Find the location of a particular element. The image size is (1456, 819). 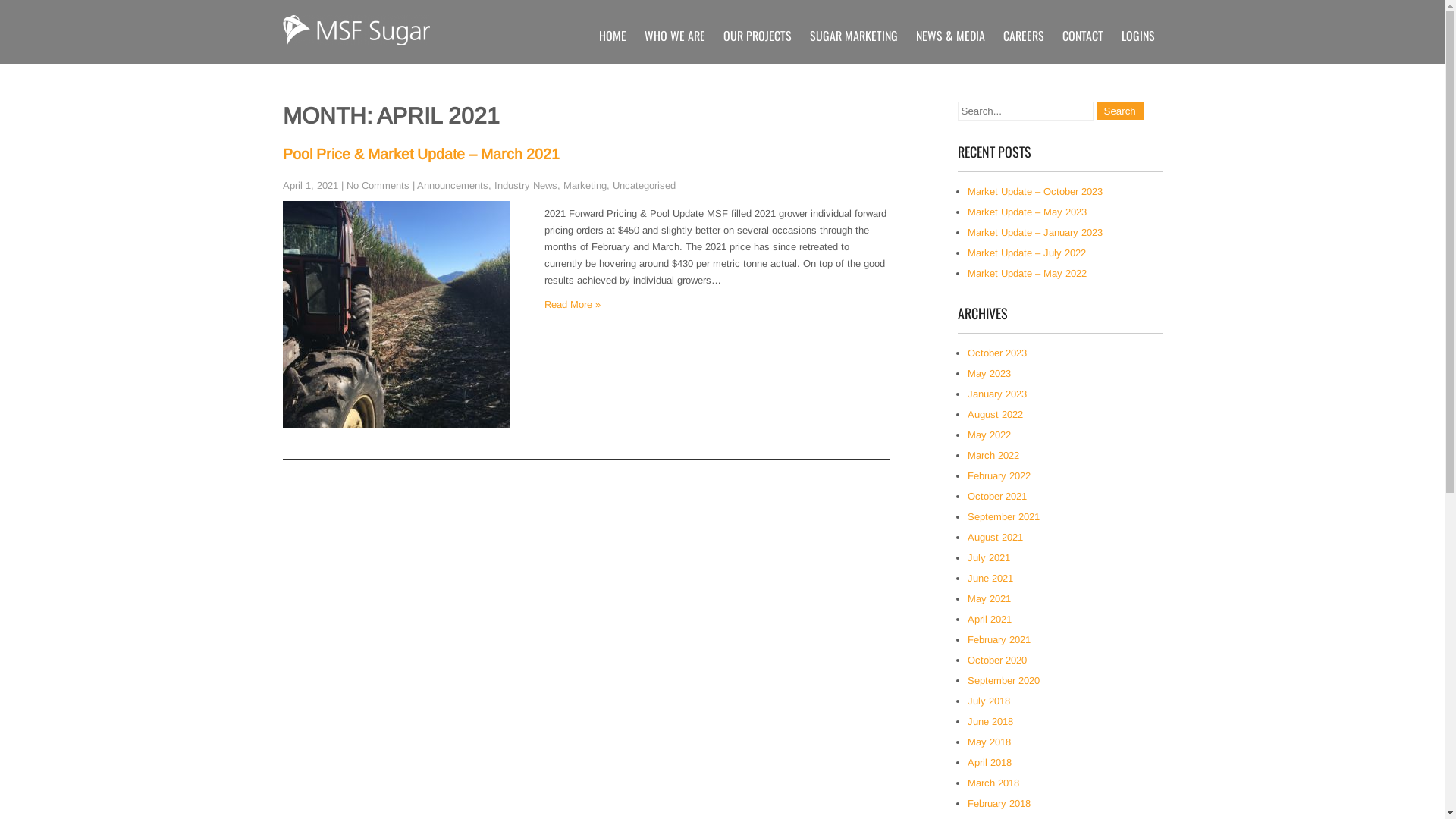

'LOGINS' is located at coordinates (1137, 34).